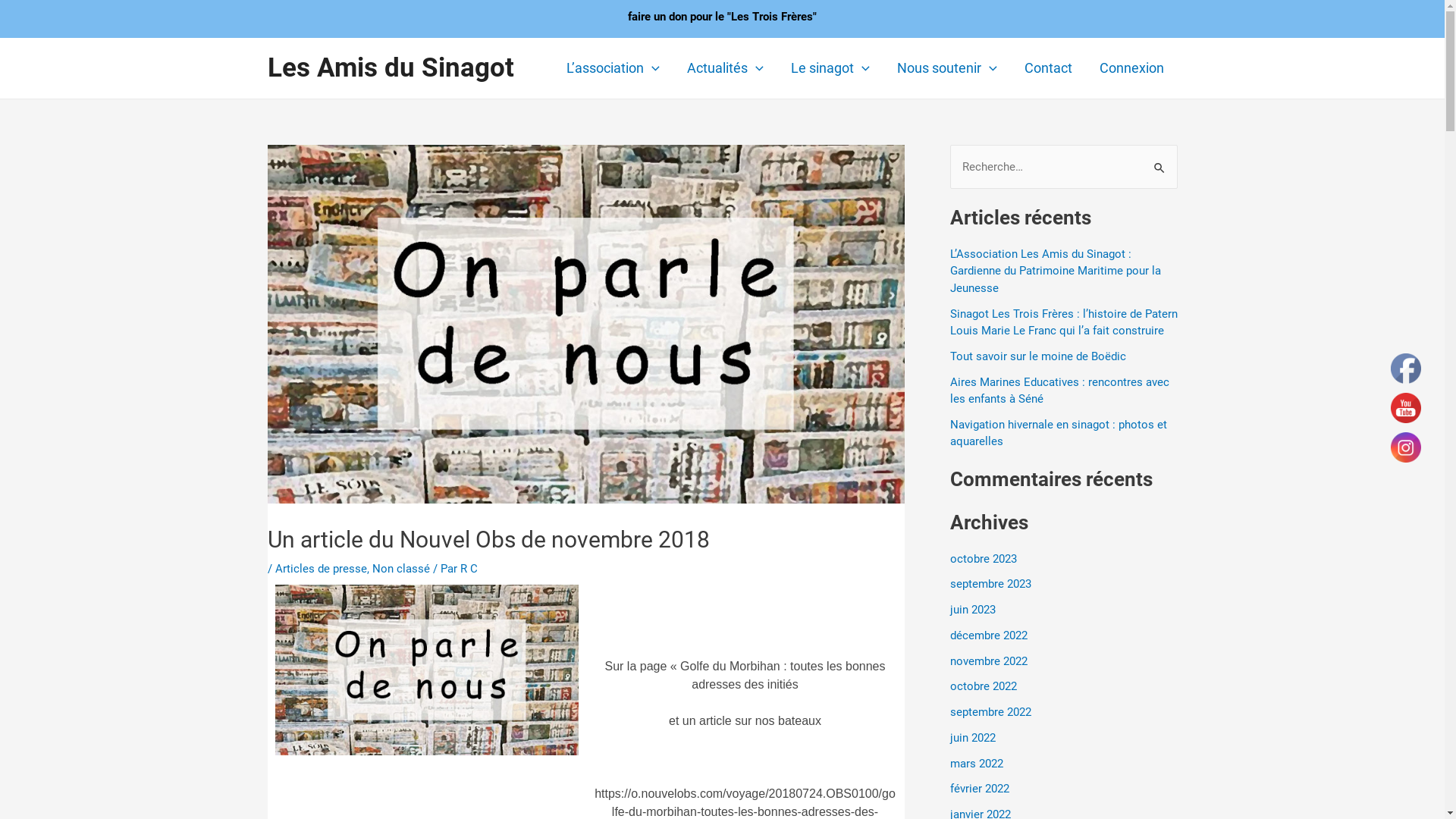 This screenshot has height=819, width=1456. I want to click on 'mars 2022', so click(949, 763).